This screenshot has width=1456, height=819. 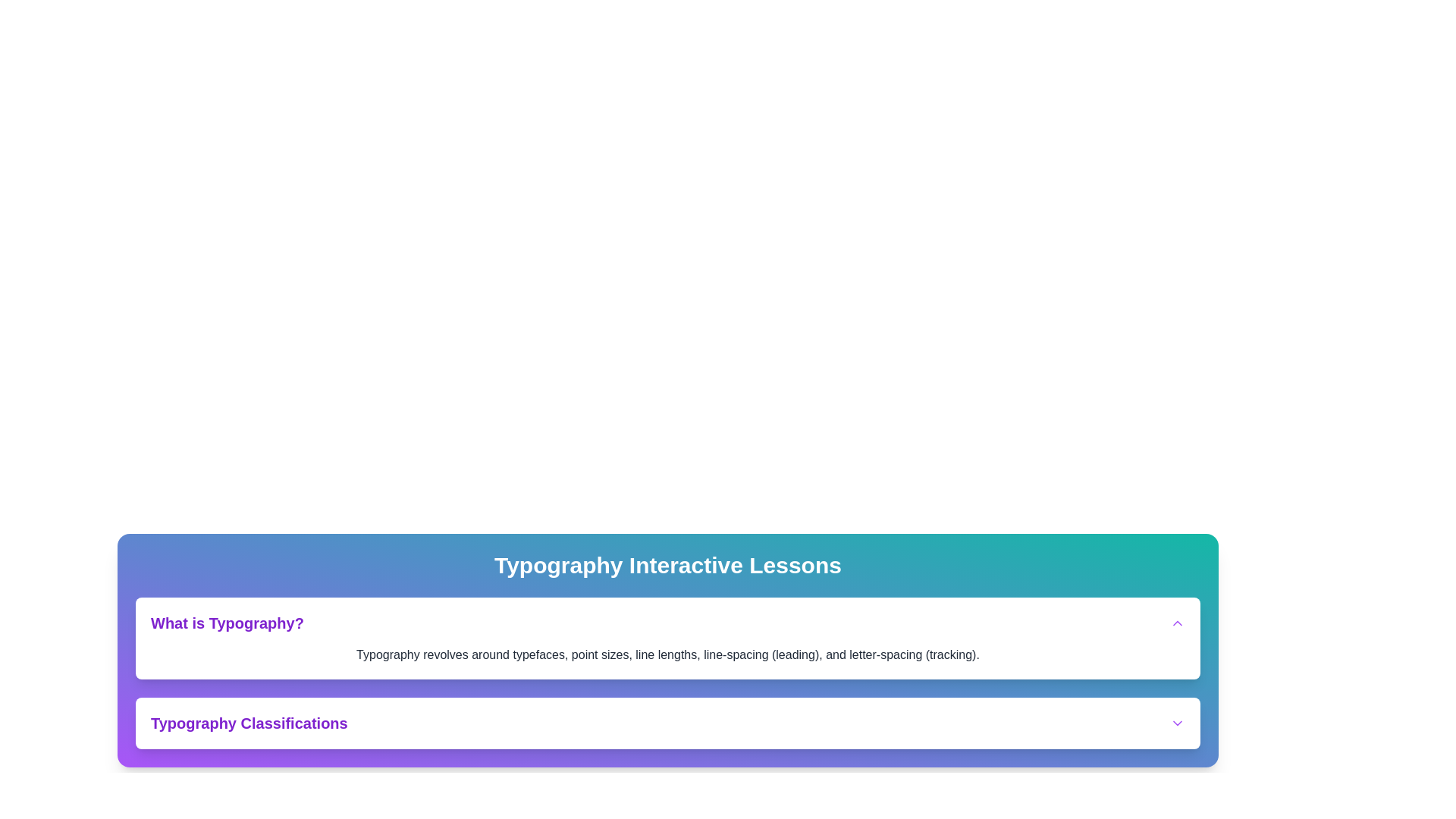 What do you see at coordinates (1177, 722) in the screenshot?
I see `the purple chevron icon on the right side of the 'Typography Classifications' row` at bounding box center [1177, 722].